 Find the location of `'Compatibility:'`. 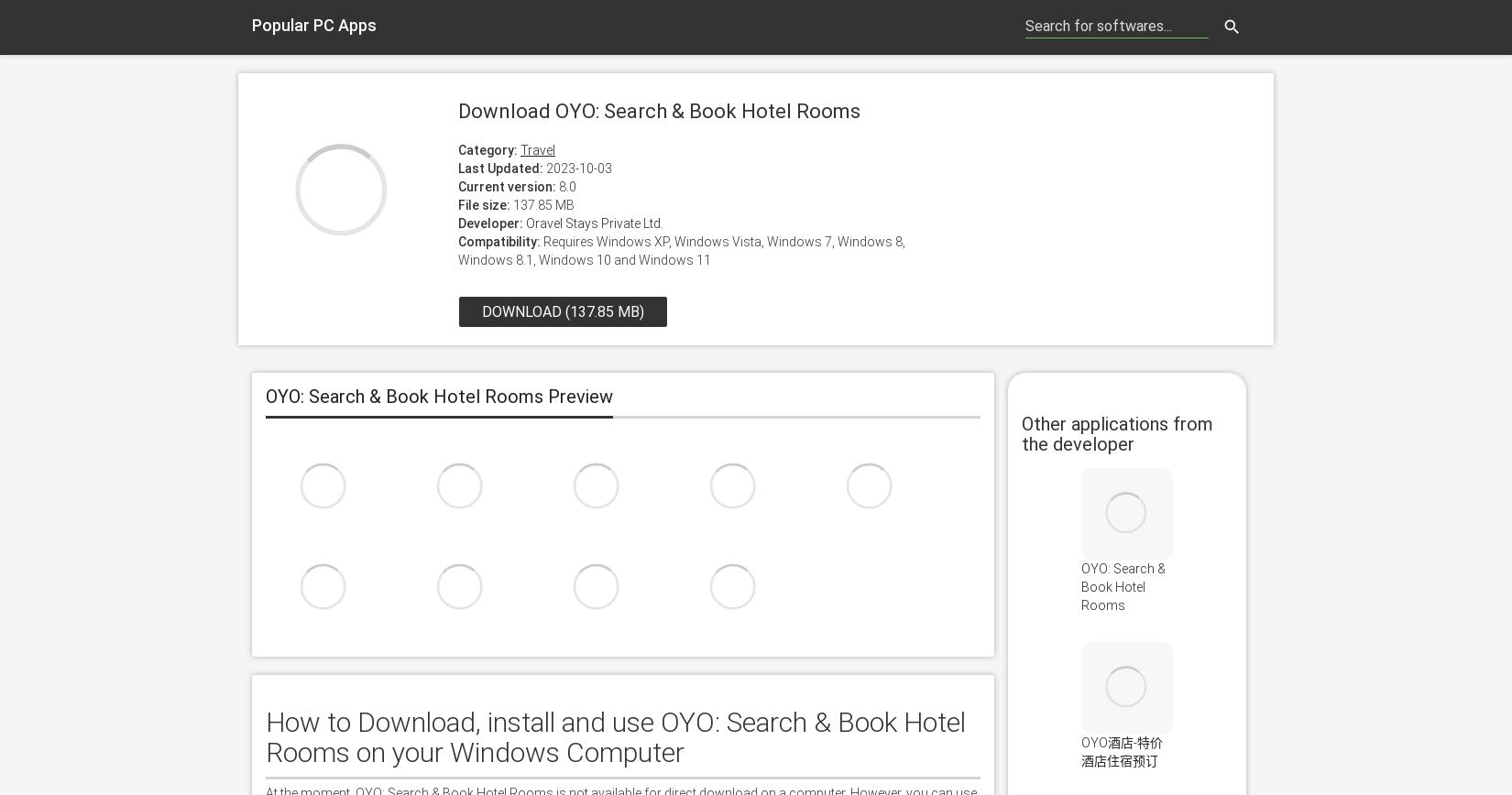

'Compatibility:' is located at coordinates (456, 241).